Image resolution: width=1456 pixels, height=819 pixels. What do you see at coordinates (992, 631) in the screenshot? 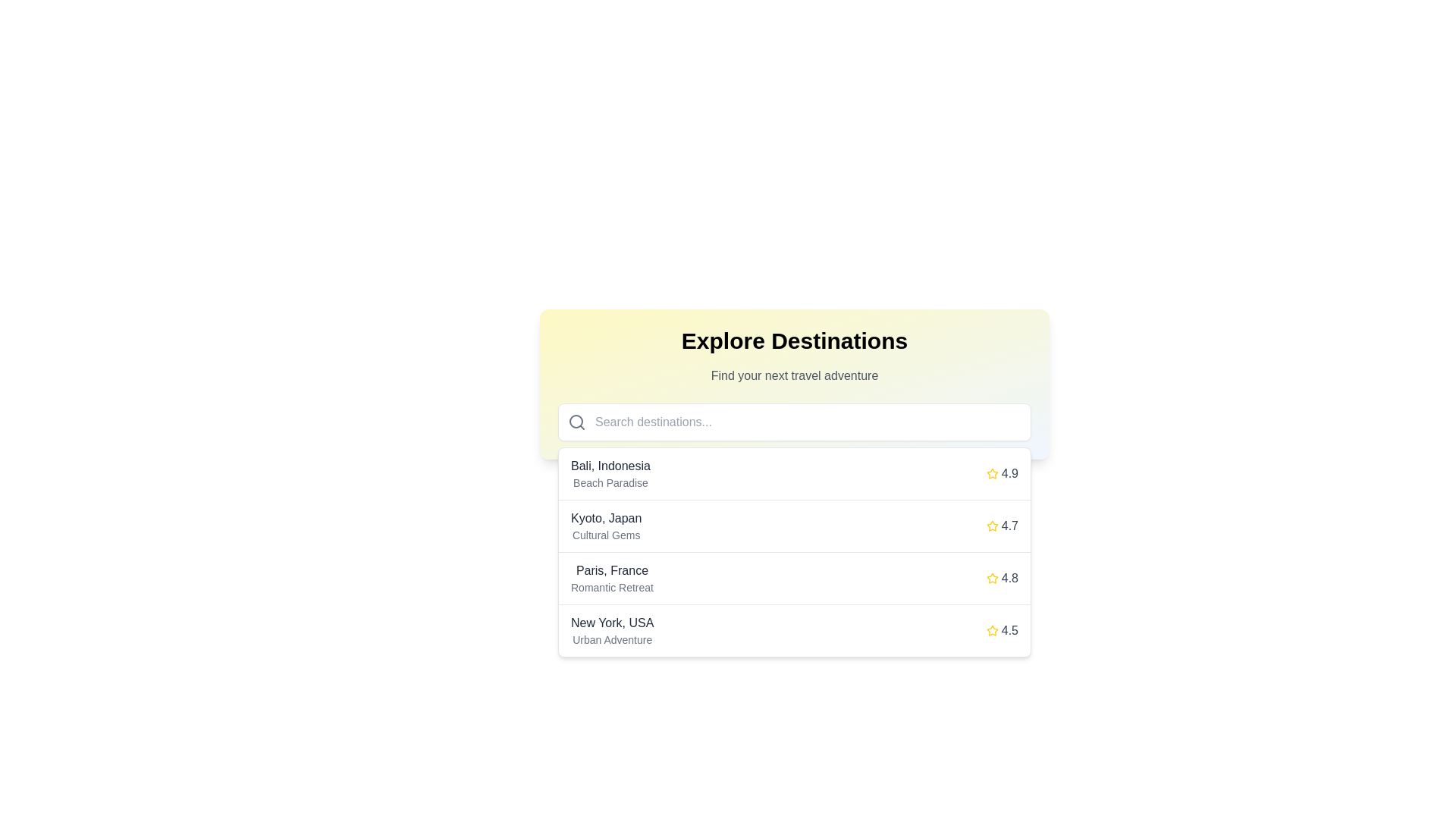
I see `the yellow star-shaped rating icon associated with the rating '4.5' for the destination 'New York, USA'` at bounding box center [992, 631].